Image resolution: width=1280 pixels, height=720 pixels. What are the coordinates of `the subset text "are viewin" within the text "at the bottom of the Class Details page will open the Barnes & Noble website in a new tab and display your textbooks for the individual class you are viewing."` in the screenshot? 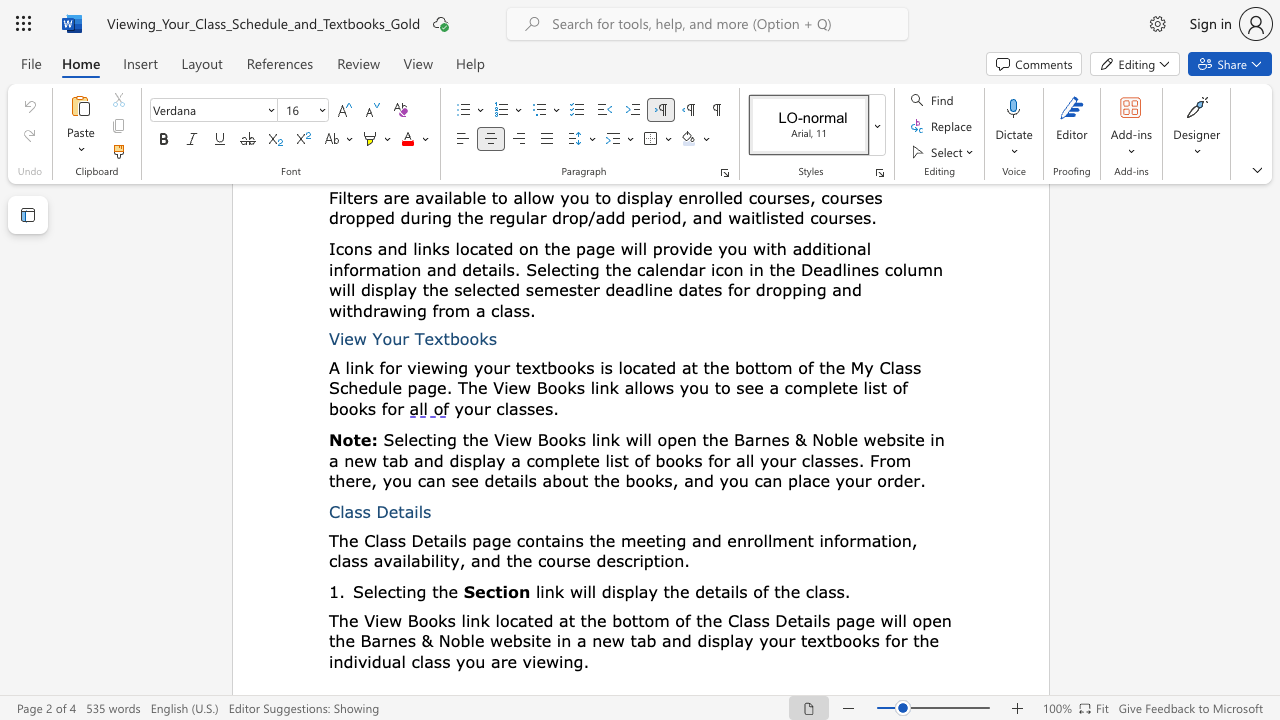 It's located at (491, 661).